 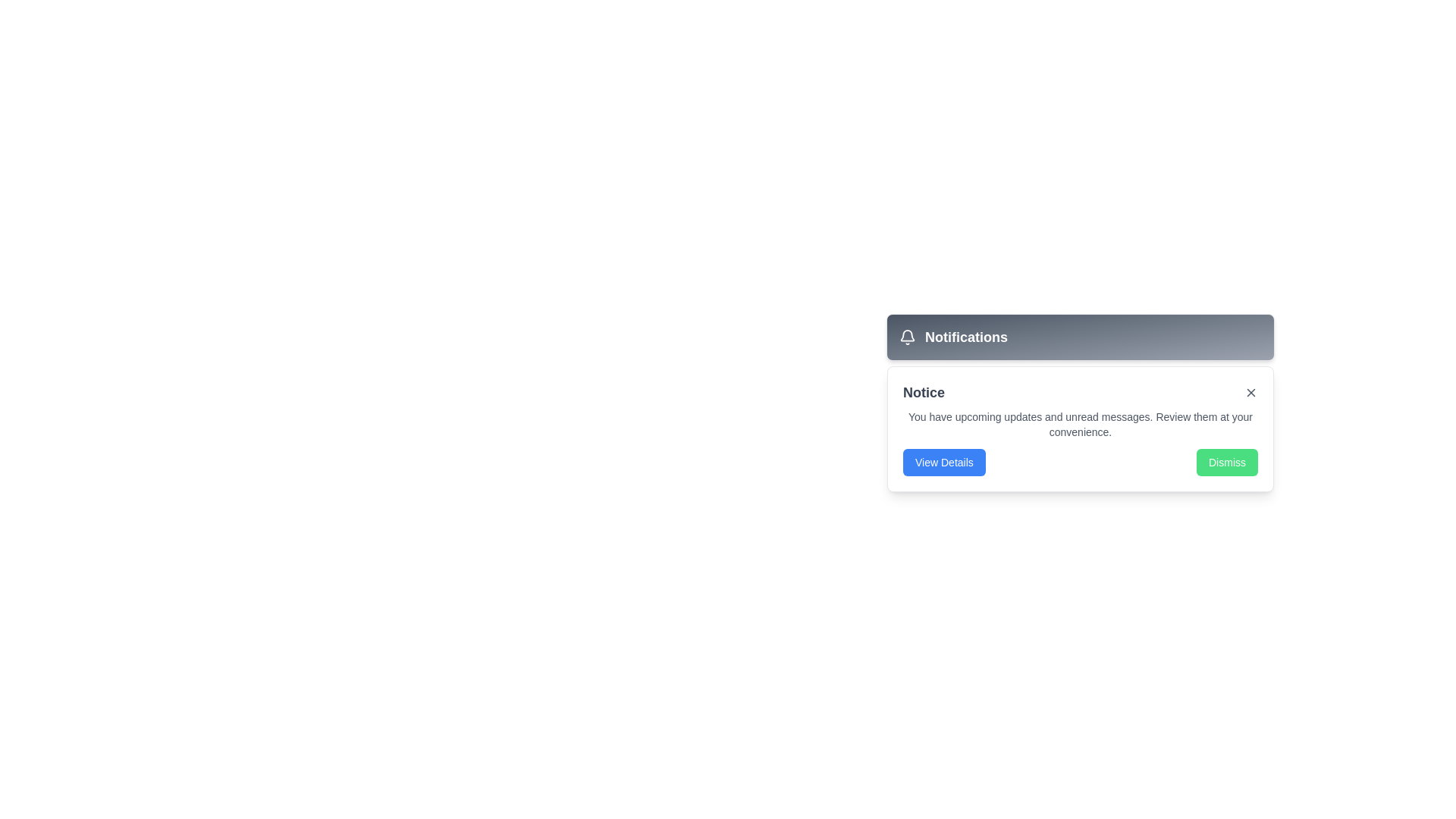 What do you see at coordinates (907, 336) in the screenshot?
I see `the bell icon SVG graphic that is styled with a gray outline and hollow interior, located to the left of the 'Notifications' text` at bounding box center [907, 336].